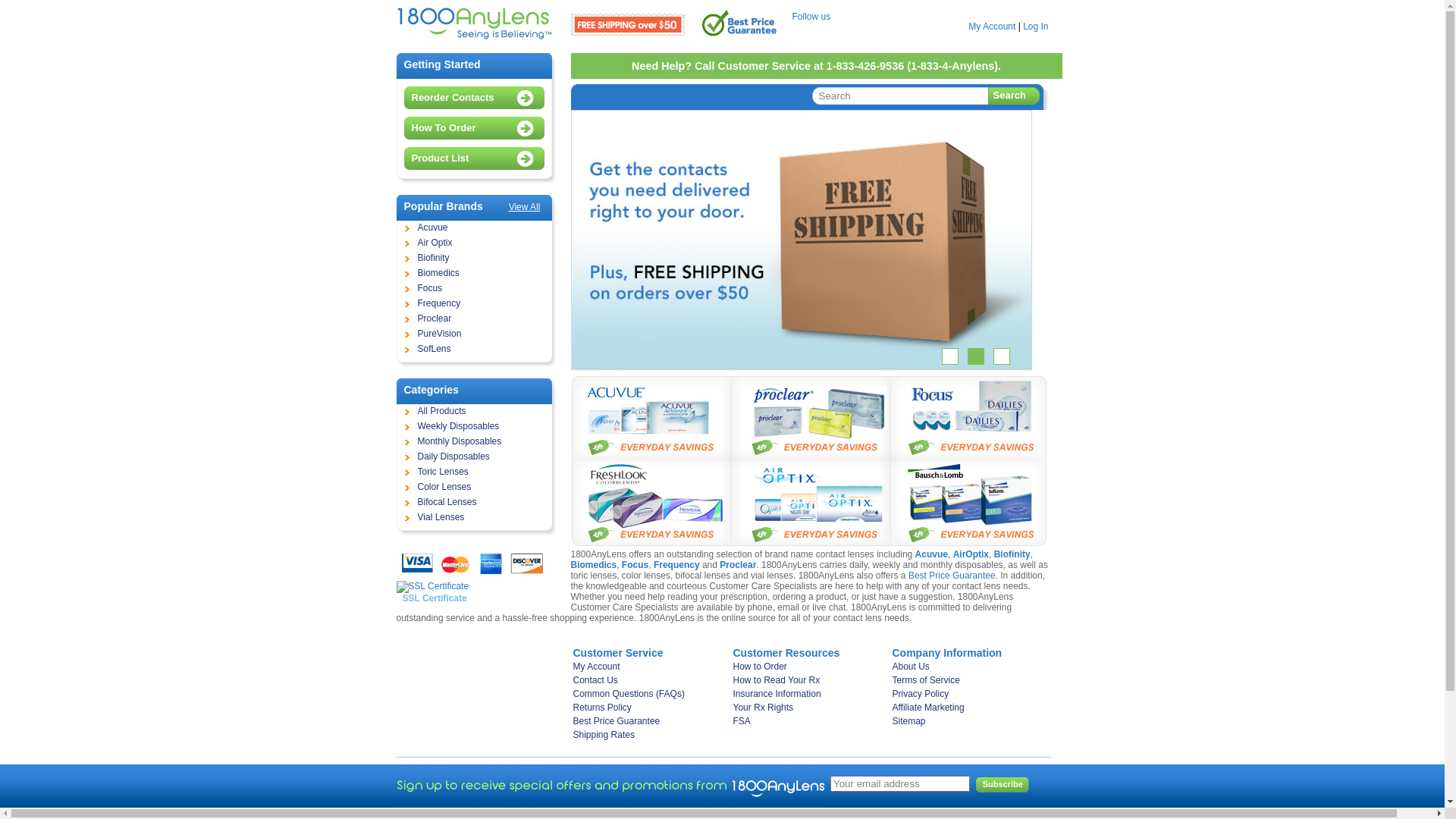 Image resolution: width=1456 pixels, height=819 pixels. Describe the element at coordinates (965, 679) in the screenshot. I see `'Terms of Service'` at that location.